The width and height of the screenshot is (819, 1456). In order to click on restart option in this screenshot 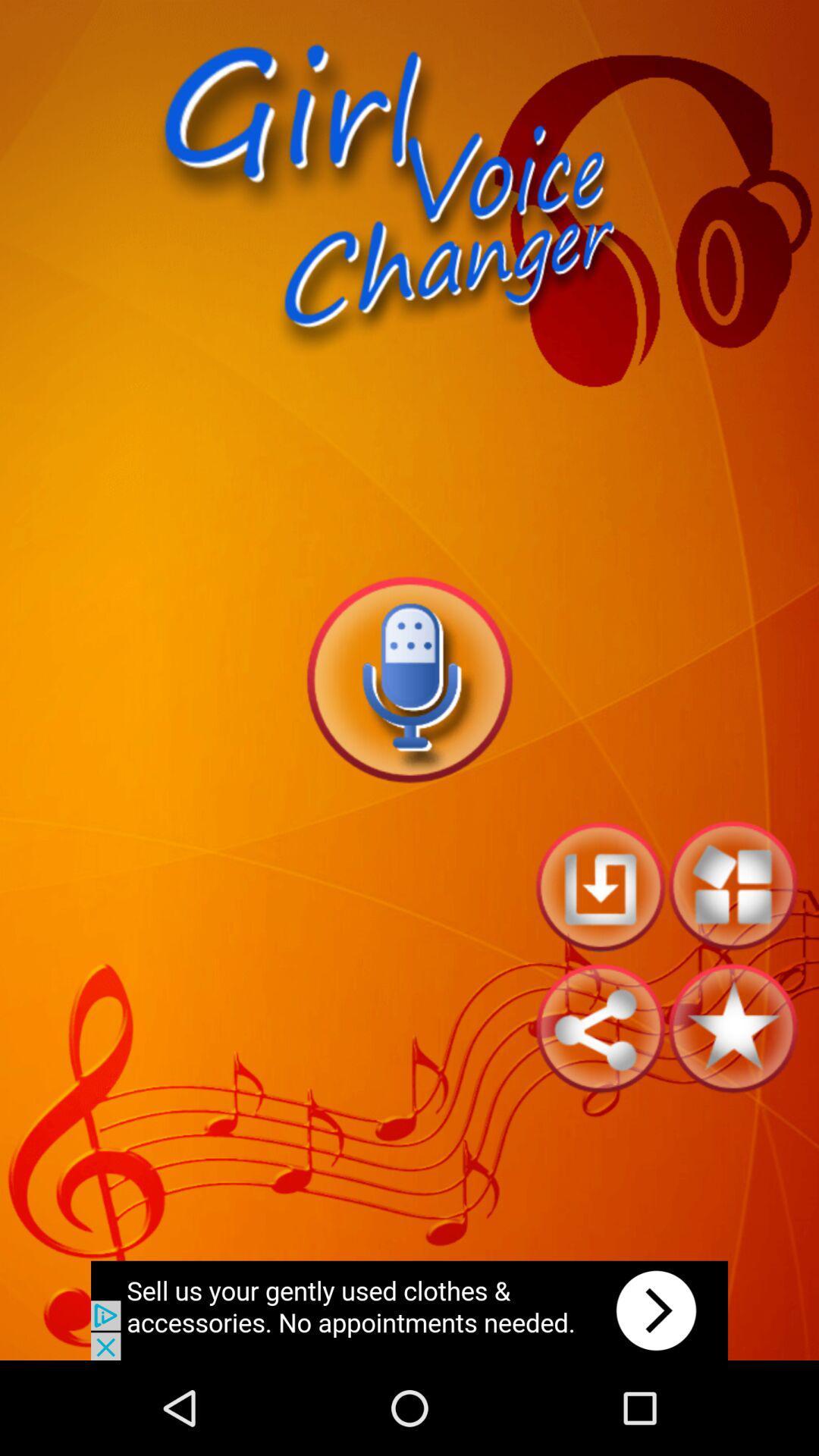, I will do `click(599, 886)`.